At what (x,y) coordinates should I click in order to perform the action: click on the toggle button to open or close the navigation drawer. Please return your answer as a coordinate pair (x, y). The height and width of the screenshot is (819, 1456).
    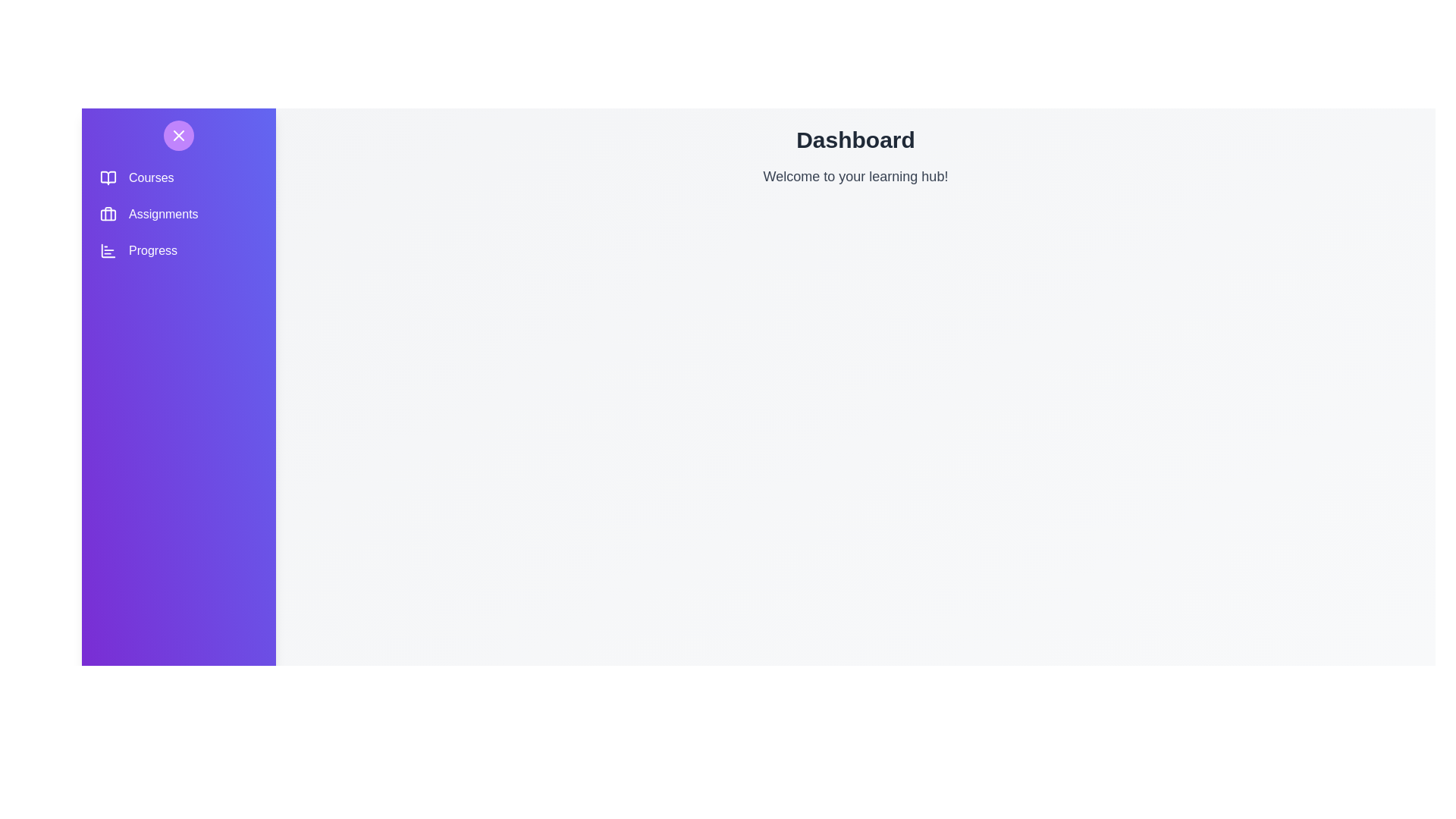
    Looking at the image, I should click on (178, 134).